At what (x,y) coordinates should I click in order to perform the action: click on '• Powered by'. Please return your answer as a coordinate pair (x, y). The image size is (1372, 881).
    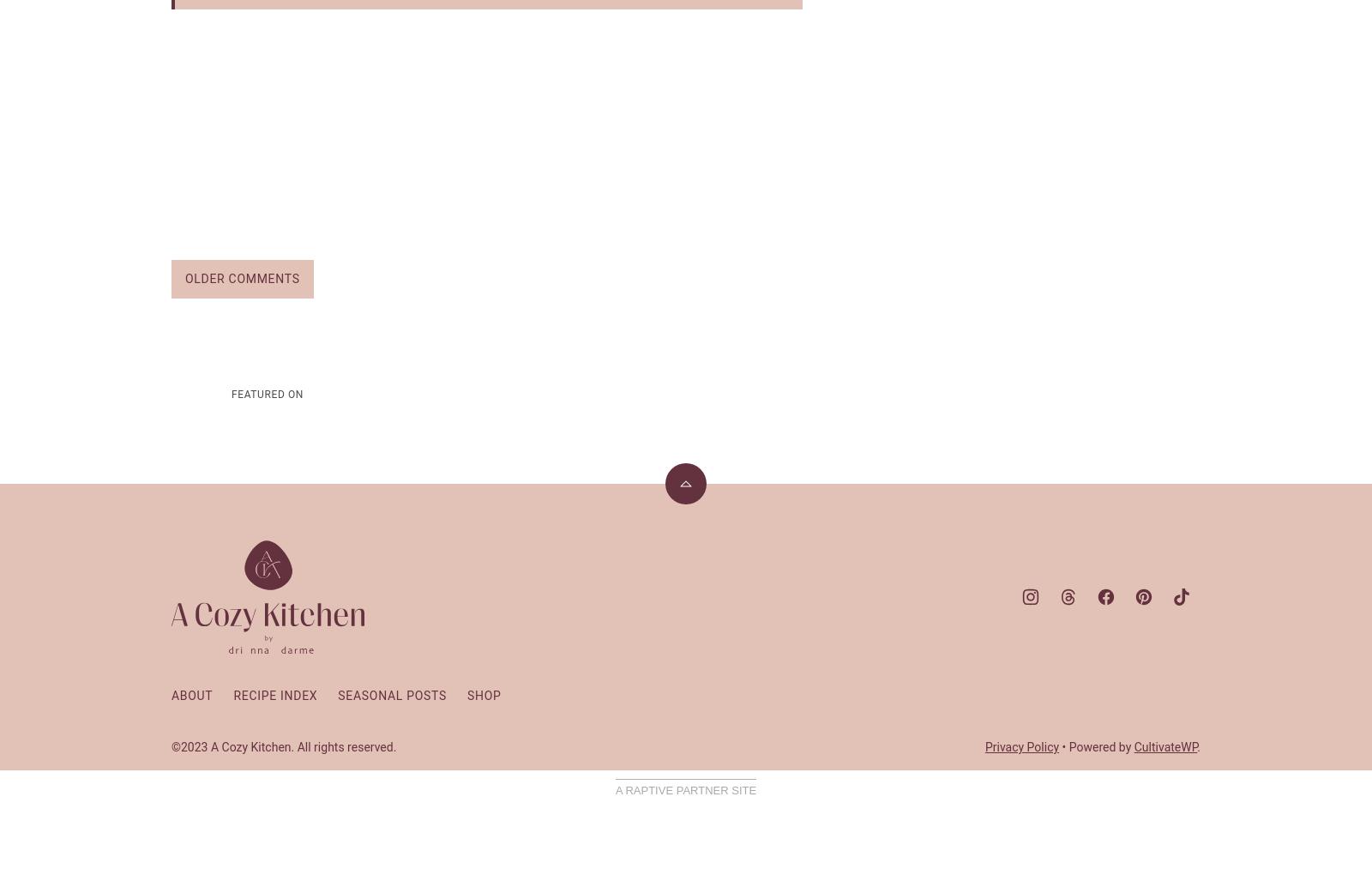
    Looking at the image, I should click on (1095, 745).